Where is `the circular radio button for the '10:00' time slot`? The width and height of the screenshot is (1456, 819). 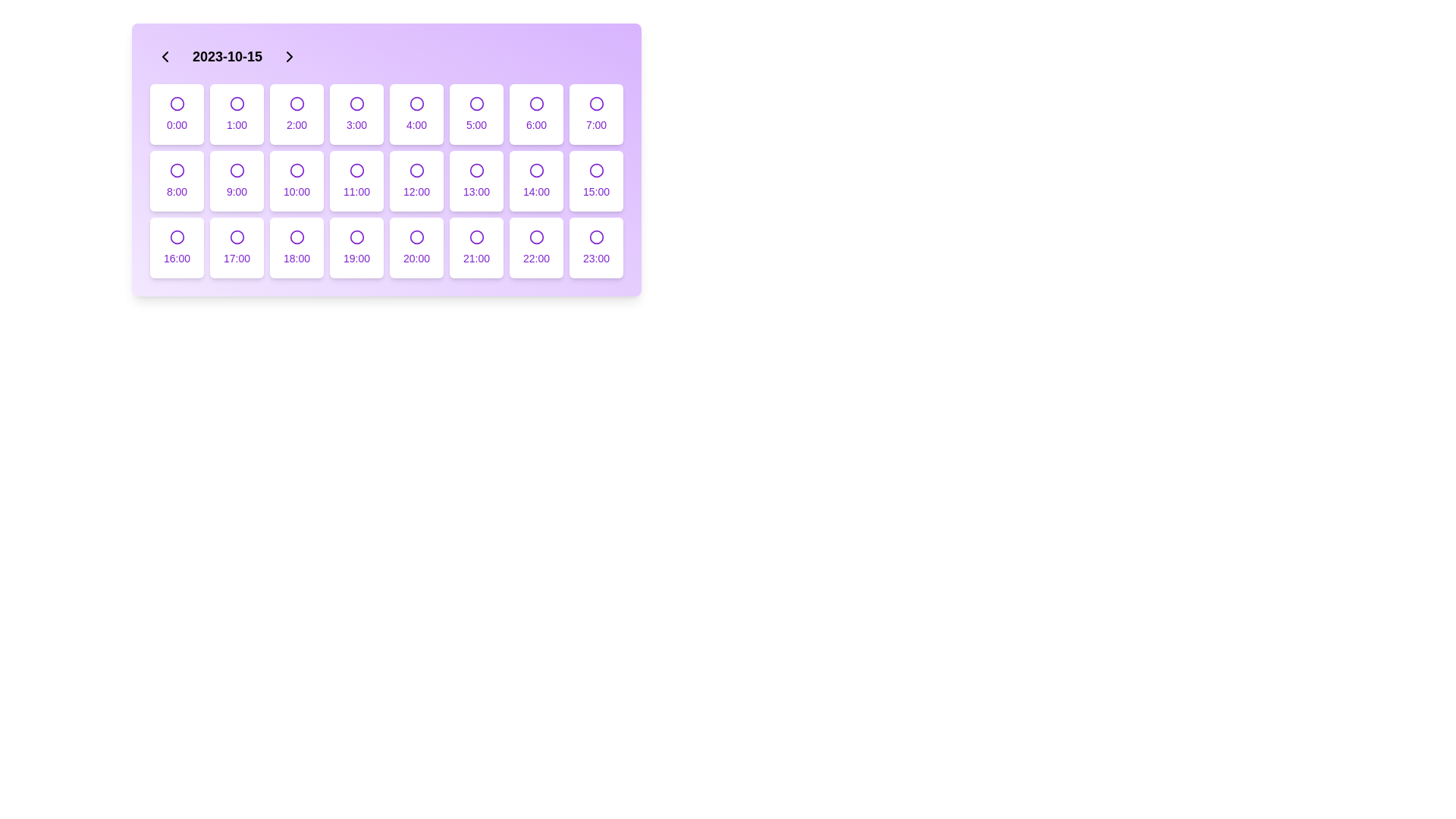 the circular radio button for the '10:00' time slot is located at coordinates (297, 170).